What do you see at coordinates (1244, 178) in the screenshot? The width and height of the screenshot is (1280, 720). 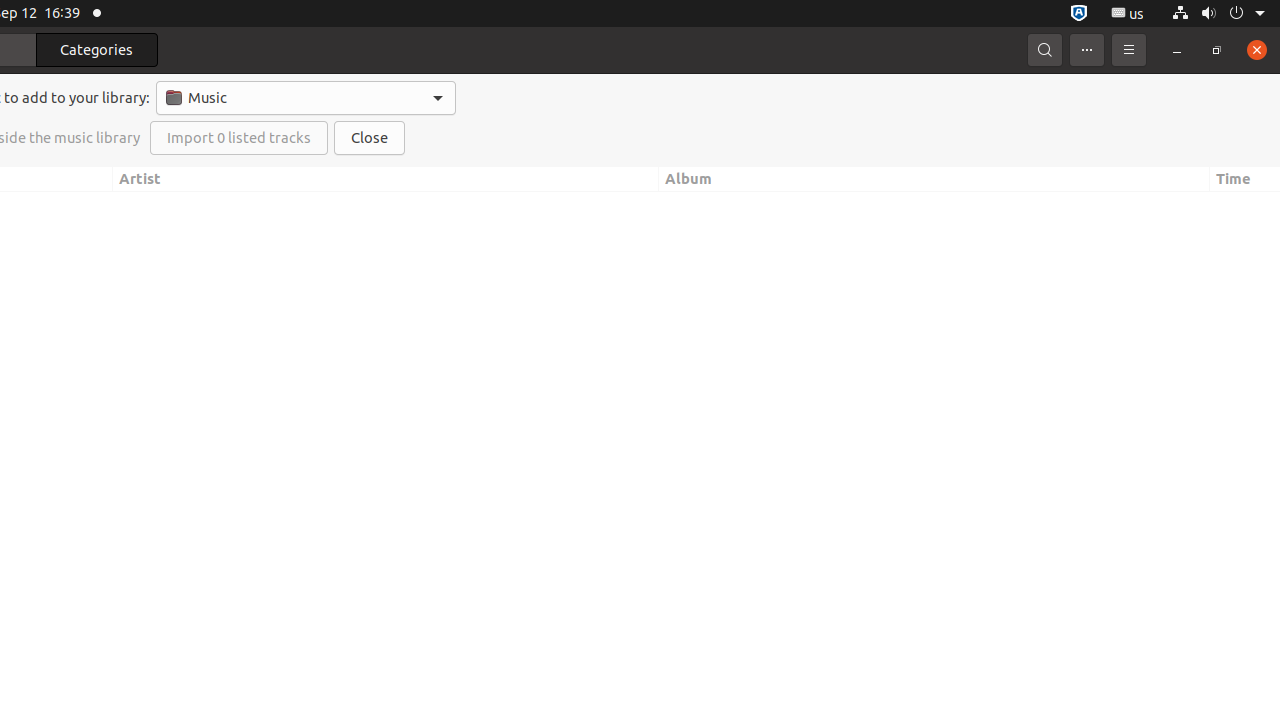 I see `'Time'` at bounding box center [1244, 178].